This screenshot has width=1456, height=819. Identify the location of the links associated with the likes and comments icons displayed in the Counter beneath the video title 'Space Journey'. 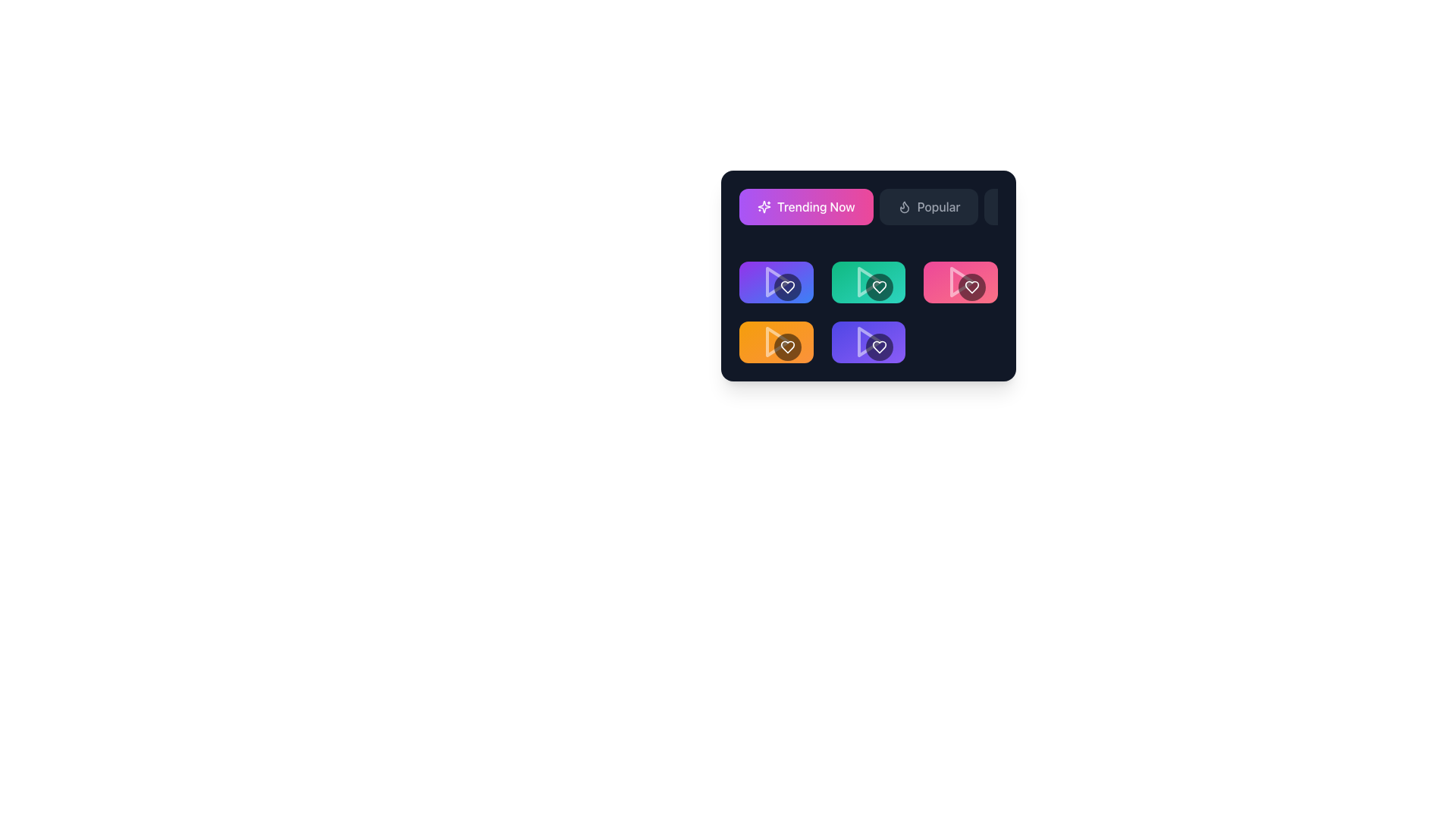
(868, 334).